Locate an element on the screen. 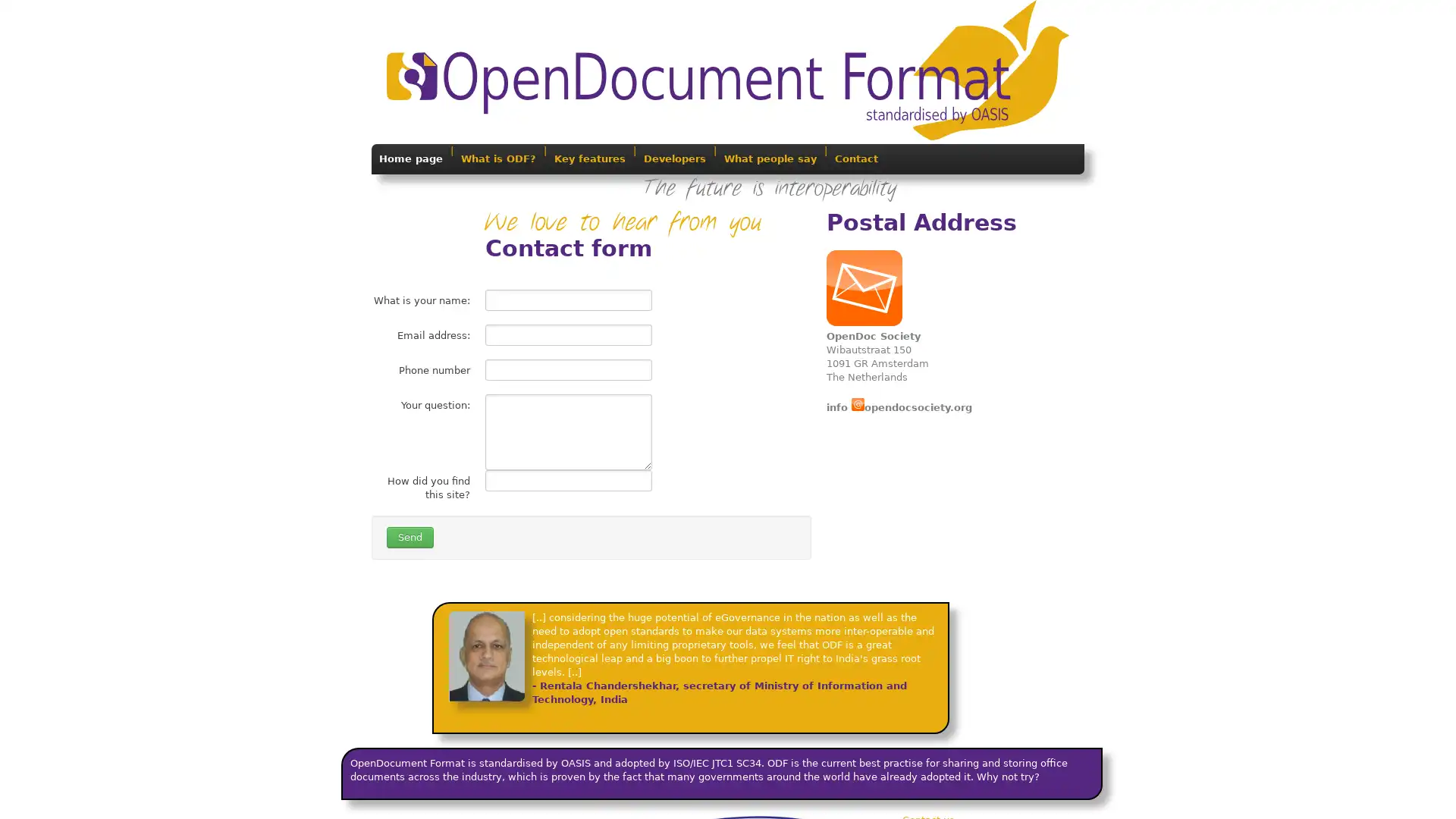 The height and width of the screenshot is (819, 1456). Send is located at coordinates (410, 537).